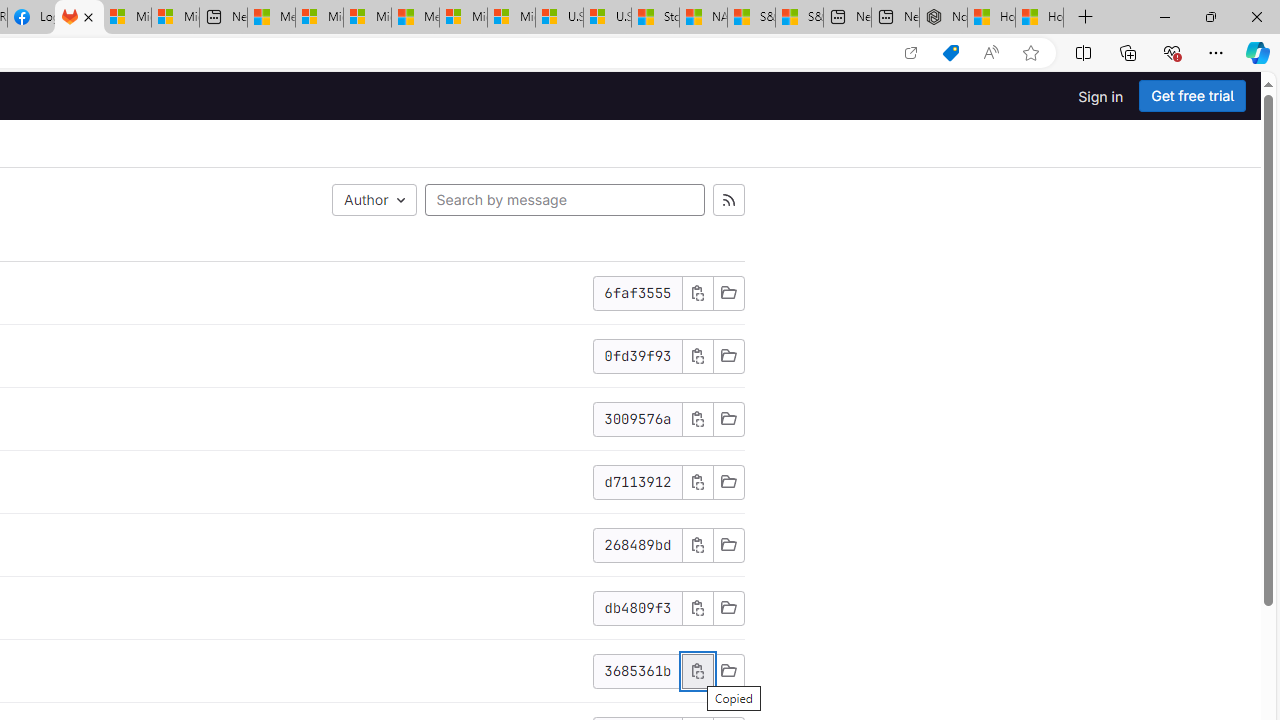  I want to click on 'S&P 500, Nasdaq end lower, weighed by Nvidia dip | Watch', so click(798, 17).